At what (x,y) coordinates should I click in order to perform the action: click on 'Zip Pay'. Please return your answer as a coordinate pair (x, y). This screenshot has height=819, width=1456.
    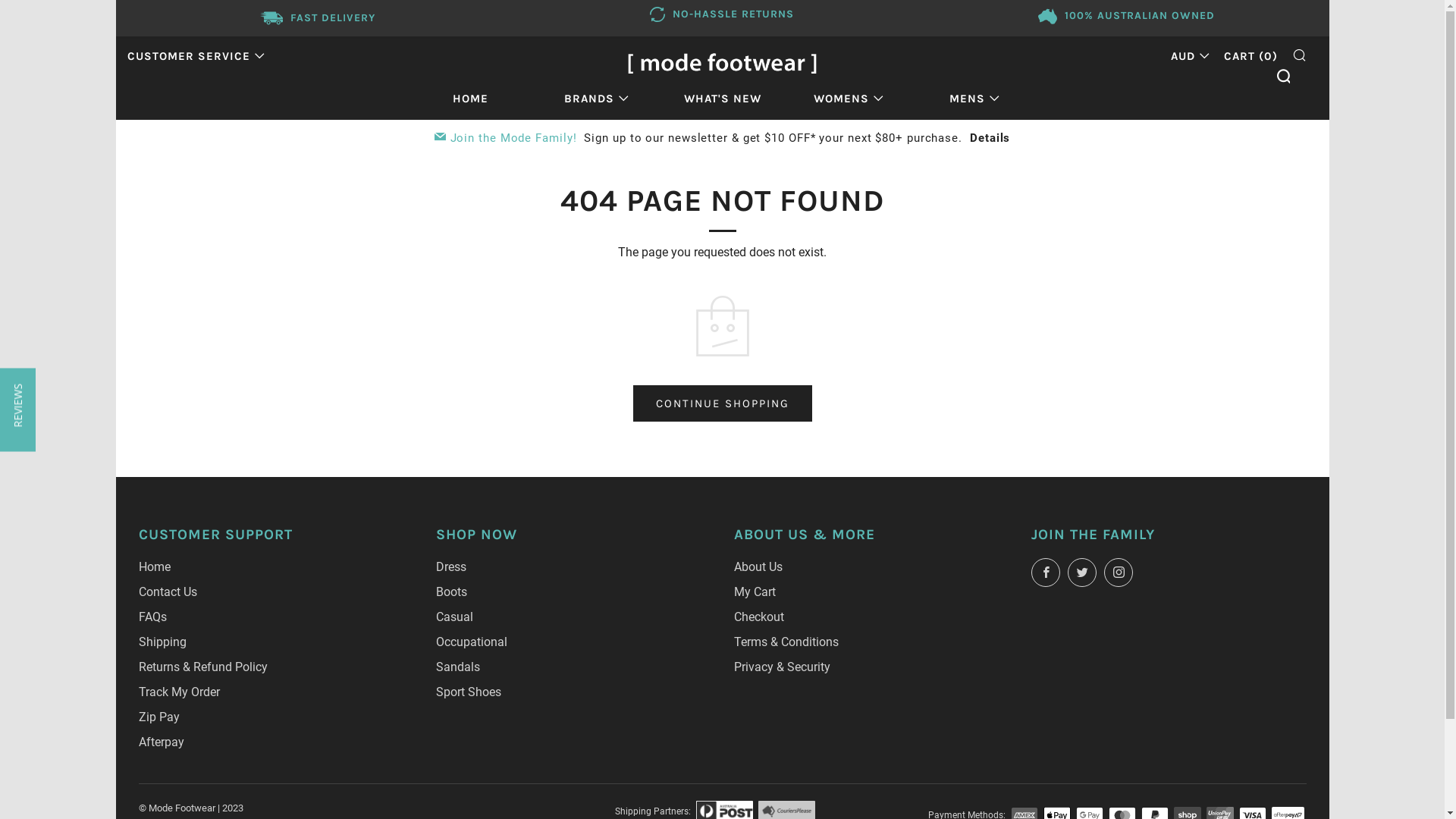
    Looking at the image, I should click on (158, 717).